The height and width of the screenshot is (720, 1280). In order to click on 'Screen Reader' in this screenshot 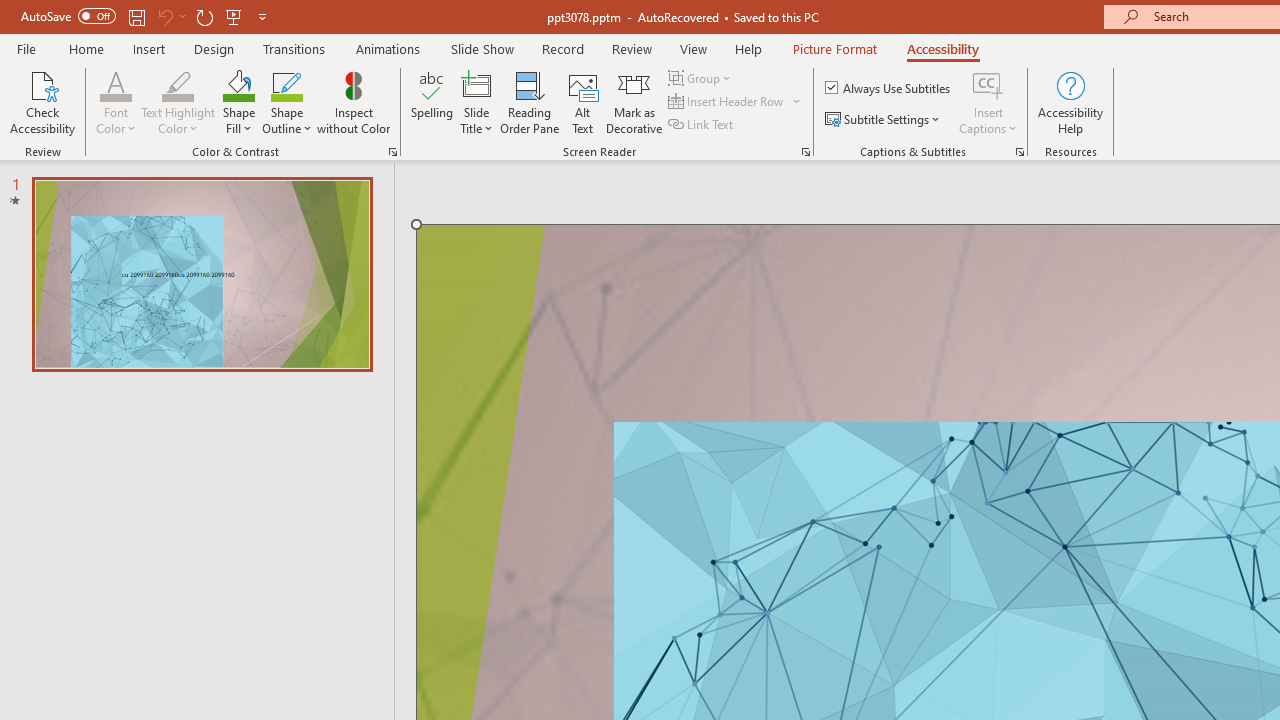, I will do `click(805, 150)`.